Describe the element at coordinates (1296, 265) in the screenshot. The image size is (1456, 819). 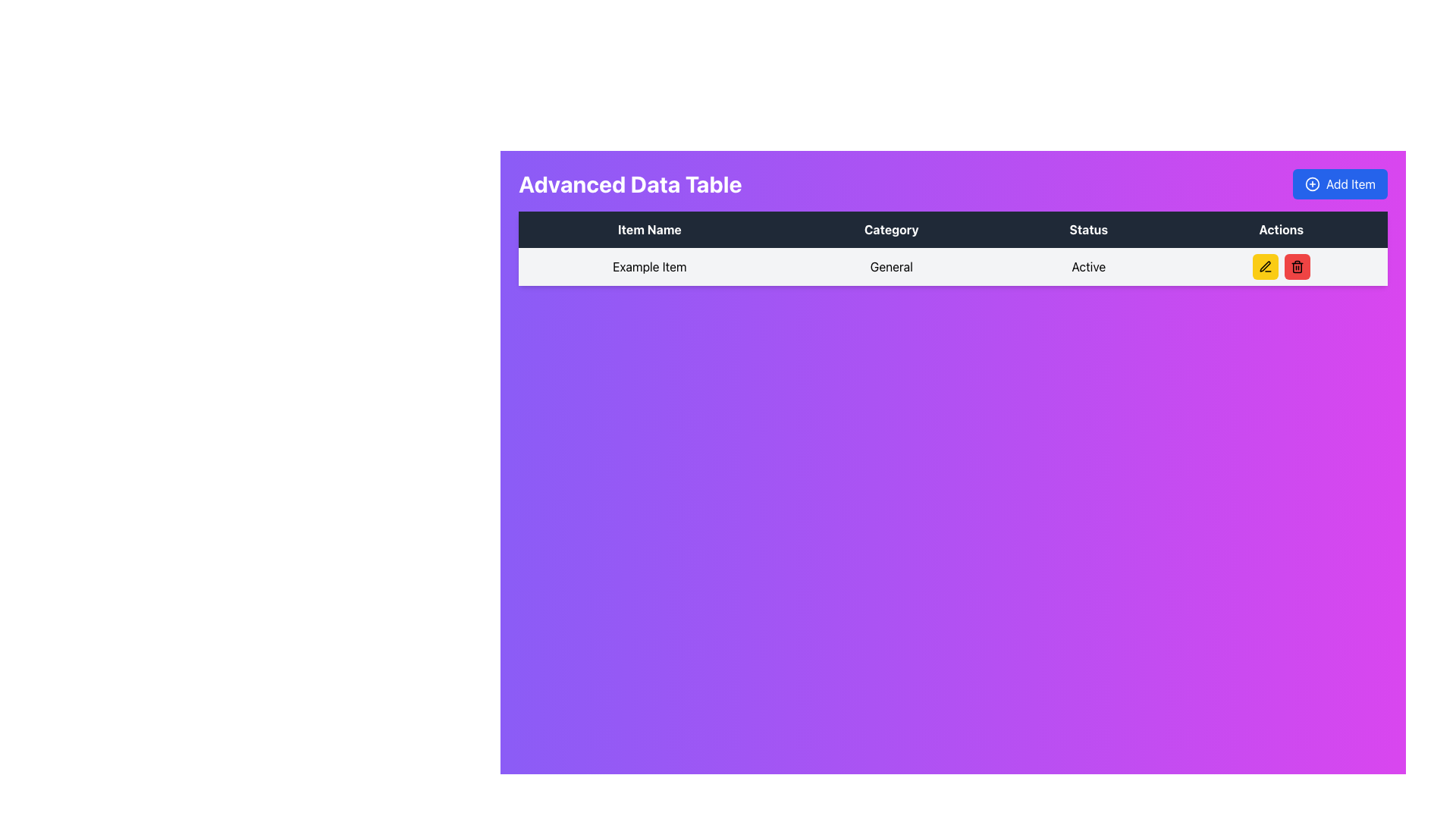
I see `the small trash can icon within the red circular button in the 'Actions' column of the 'Advanced Data Table'` at that location.